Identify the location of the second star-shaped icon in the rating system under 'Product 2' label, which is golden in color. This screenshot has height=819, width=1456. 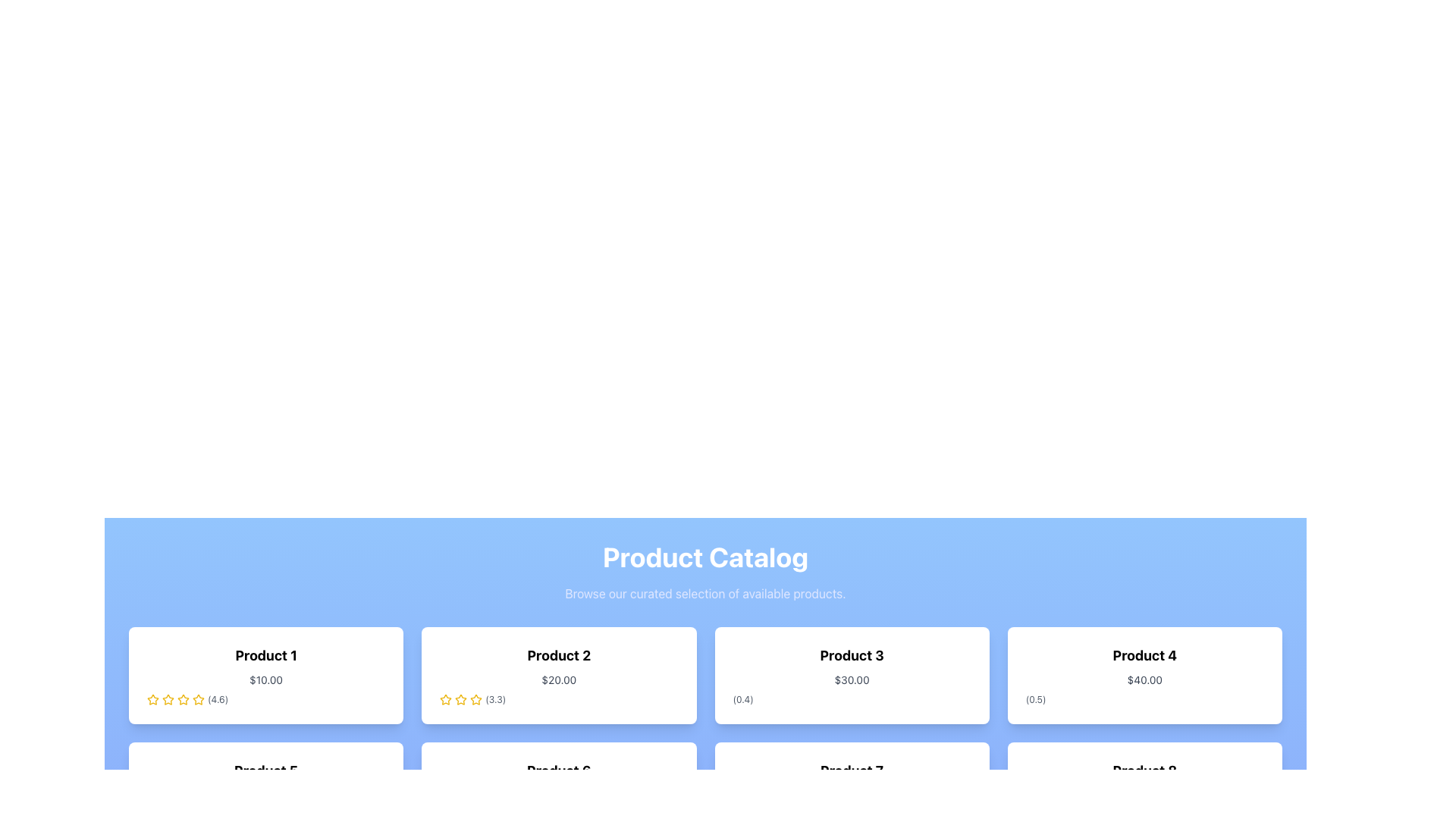
(460, 699).